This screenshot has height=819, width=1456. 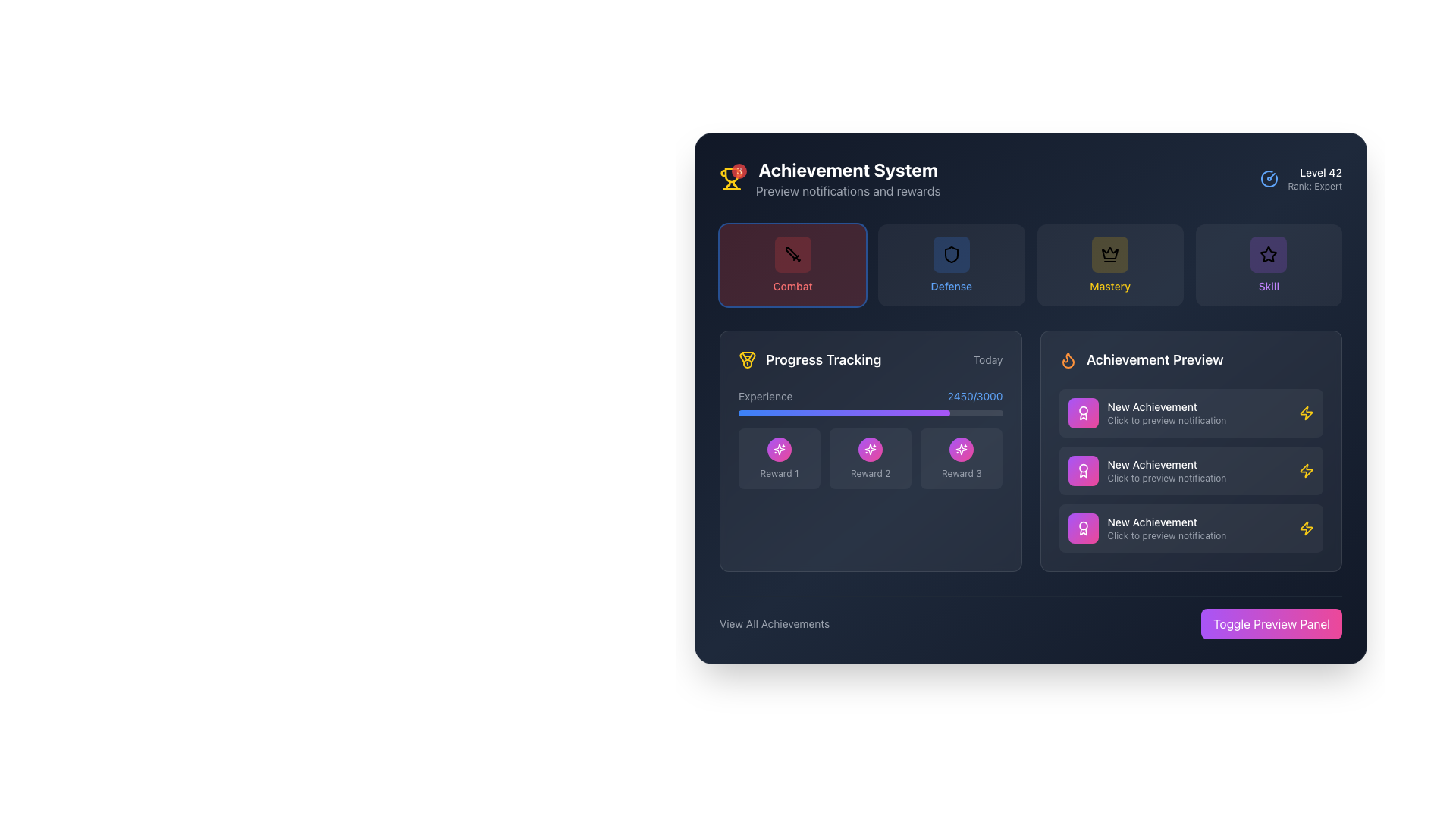 What do you see at coordinates (809, 359) in the screenshot?
I see `the 'Progress Tracking' label with a yellow medal icon` at bounding box center [809, 359].